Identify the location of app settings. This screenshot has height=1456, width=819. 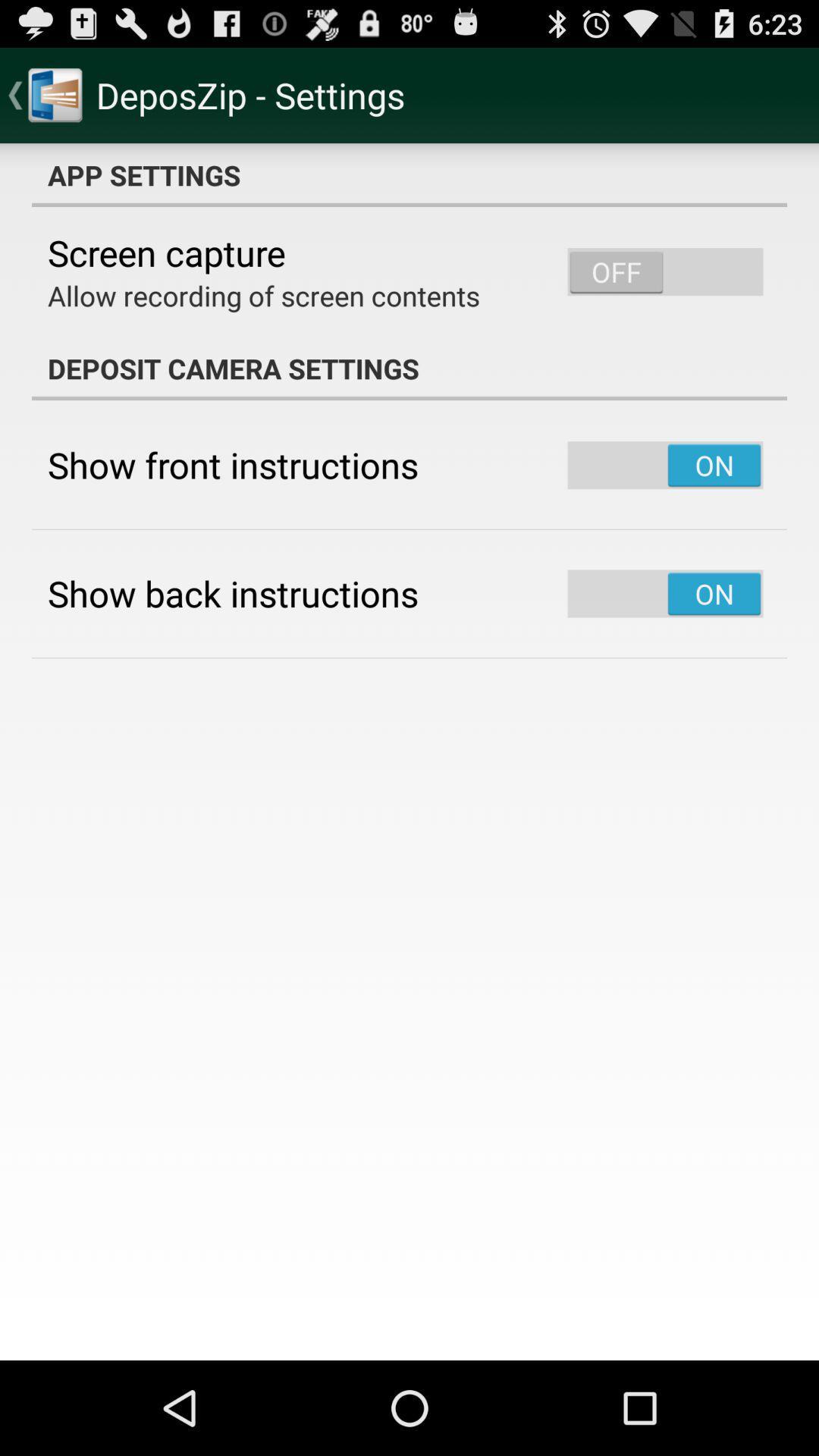
(409, 174).